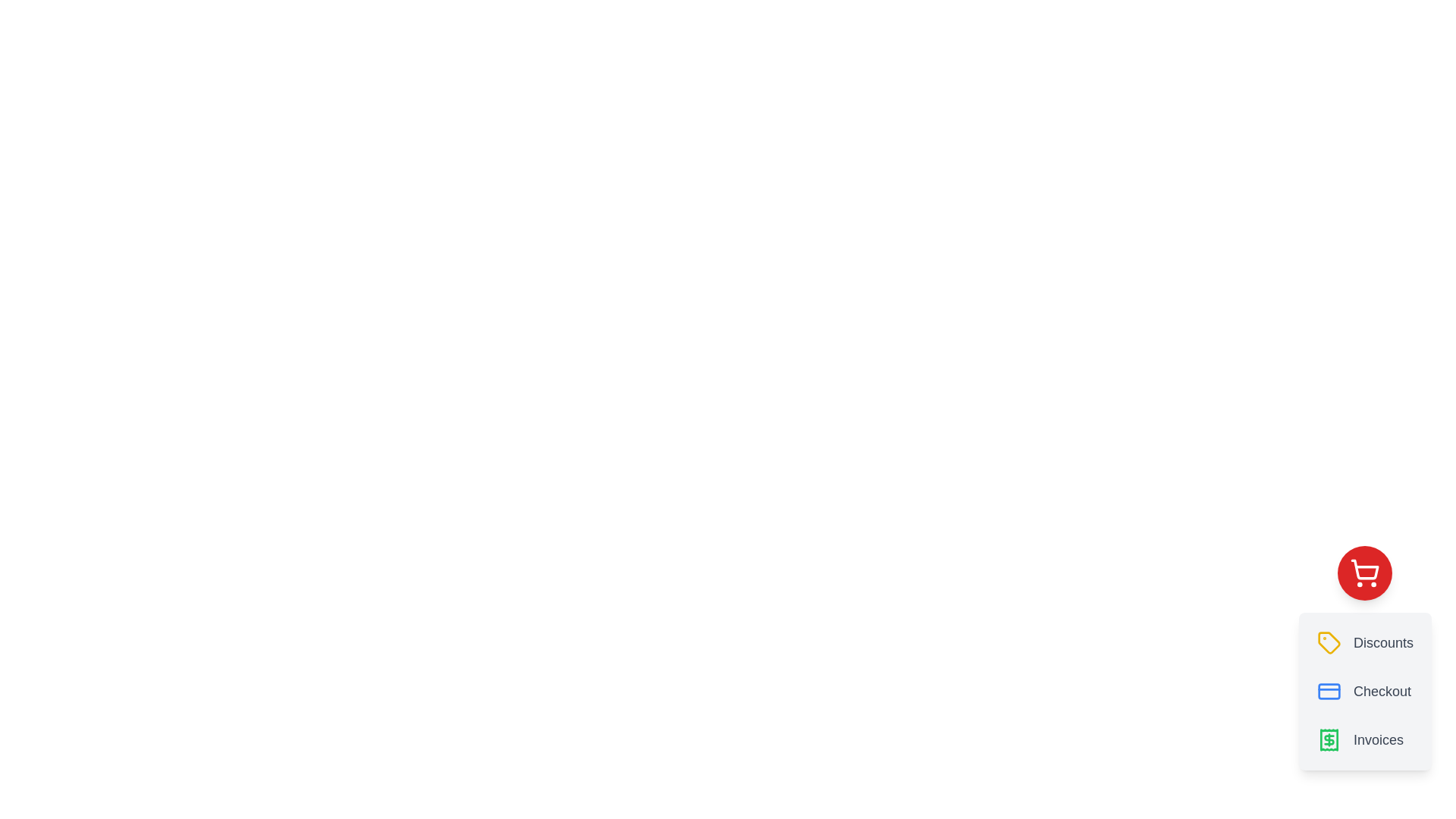  I want to click on the button labeled Invoices to observe its hover effect or tooltip, so click(1365, 739).